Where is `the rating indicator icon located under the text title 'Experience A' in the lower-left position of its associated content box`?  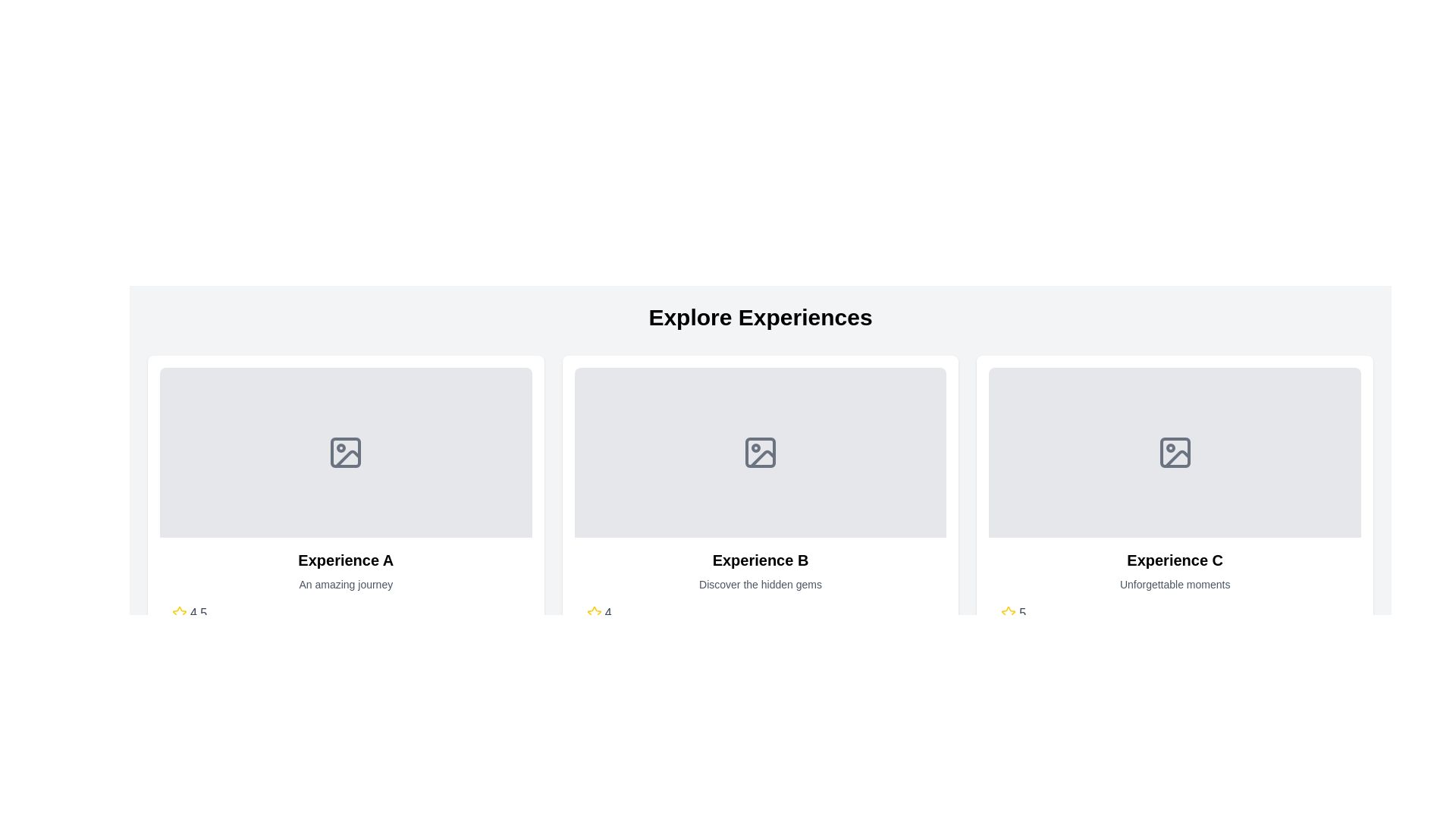 the rating indicator icon located under the text title 'Experience A' in the lower-left position of its associated content box is located at coordinates (593, 612).